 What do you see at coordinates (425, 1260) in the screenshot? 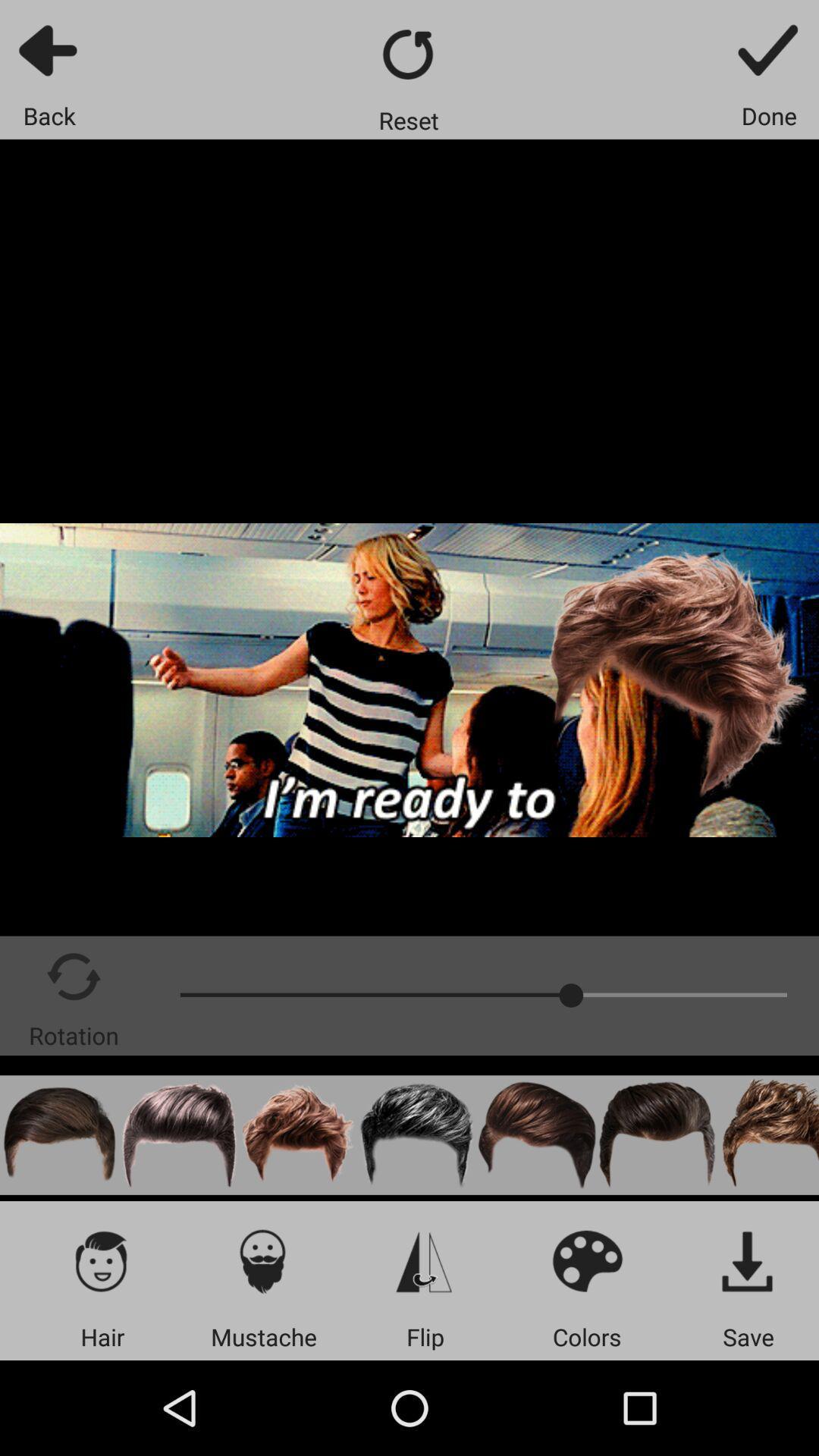
I see `item above the flip` at bounding box center [425, 1260].